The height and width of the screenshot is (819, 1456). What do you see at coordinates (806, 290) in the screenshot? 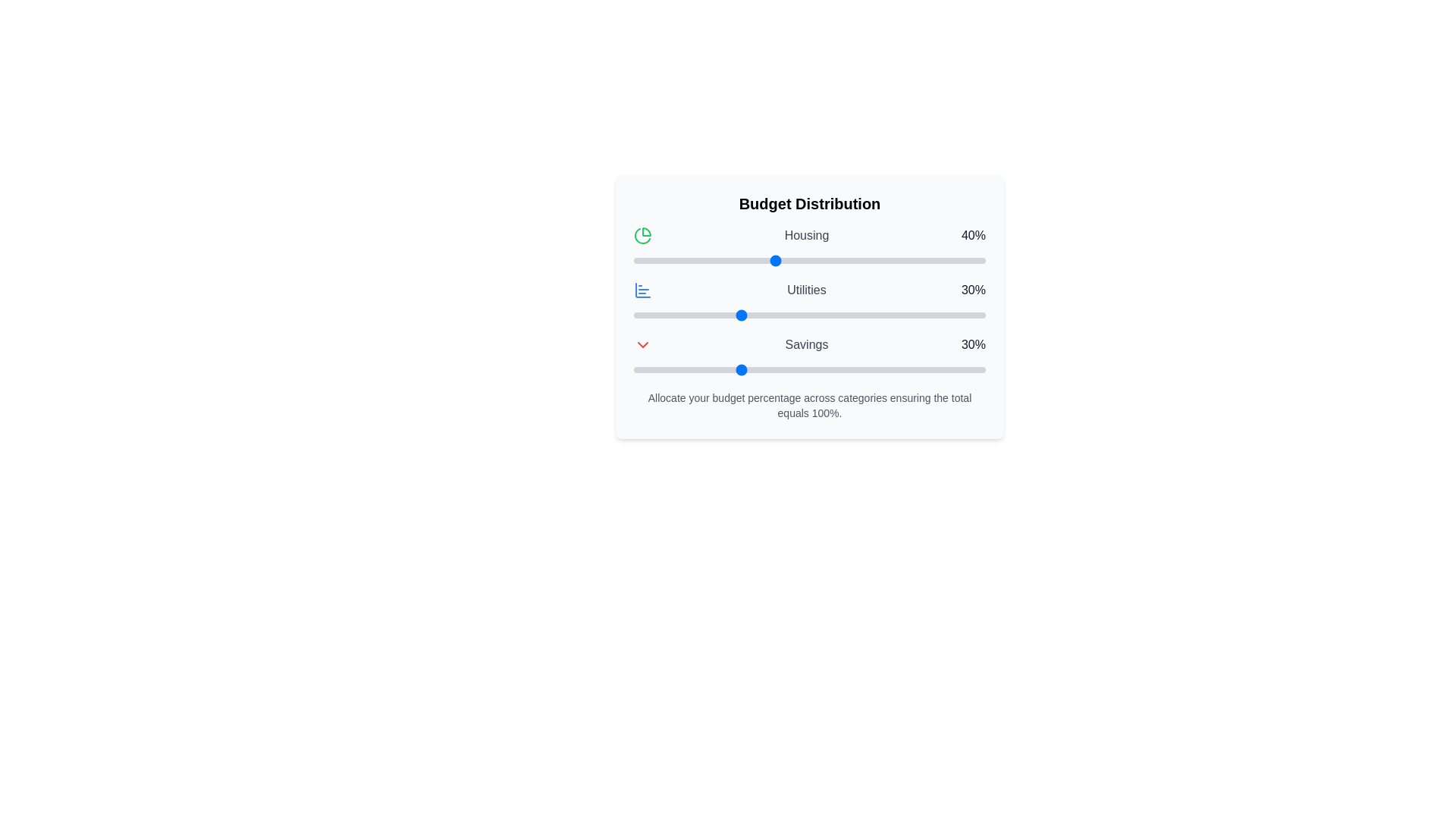
I see `the 'Utilities' text label in the budget distribution interface, which identifies the category and is located in the middle row of the budget distribution card` at bounding box center [806, 290].